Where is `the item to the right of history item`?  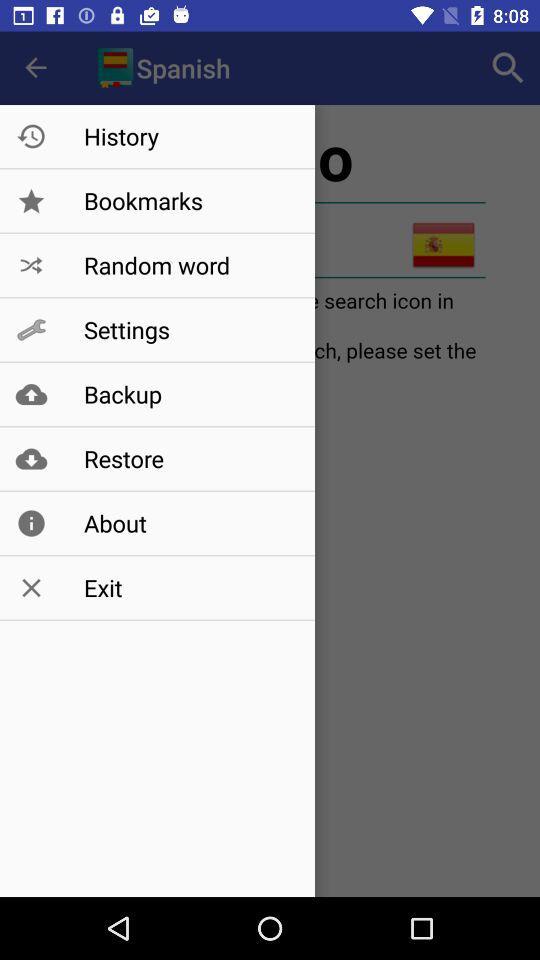 the item to the right of history item is located at coordinates (508, 68).